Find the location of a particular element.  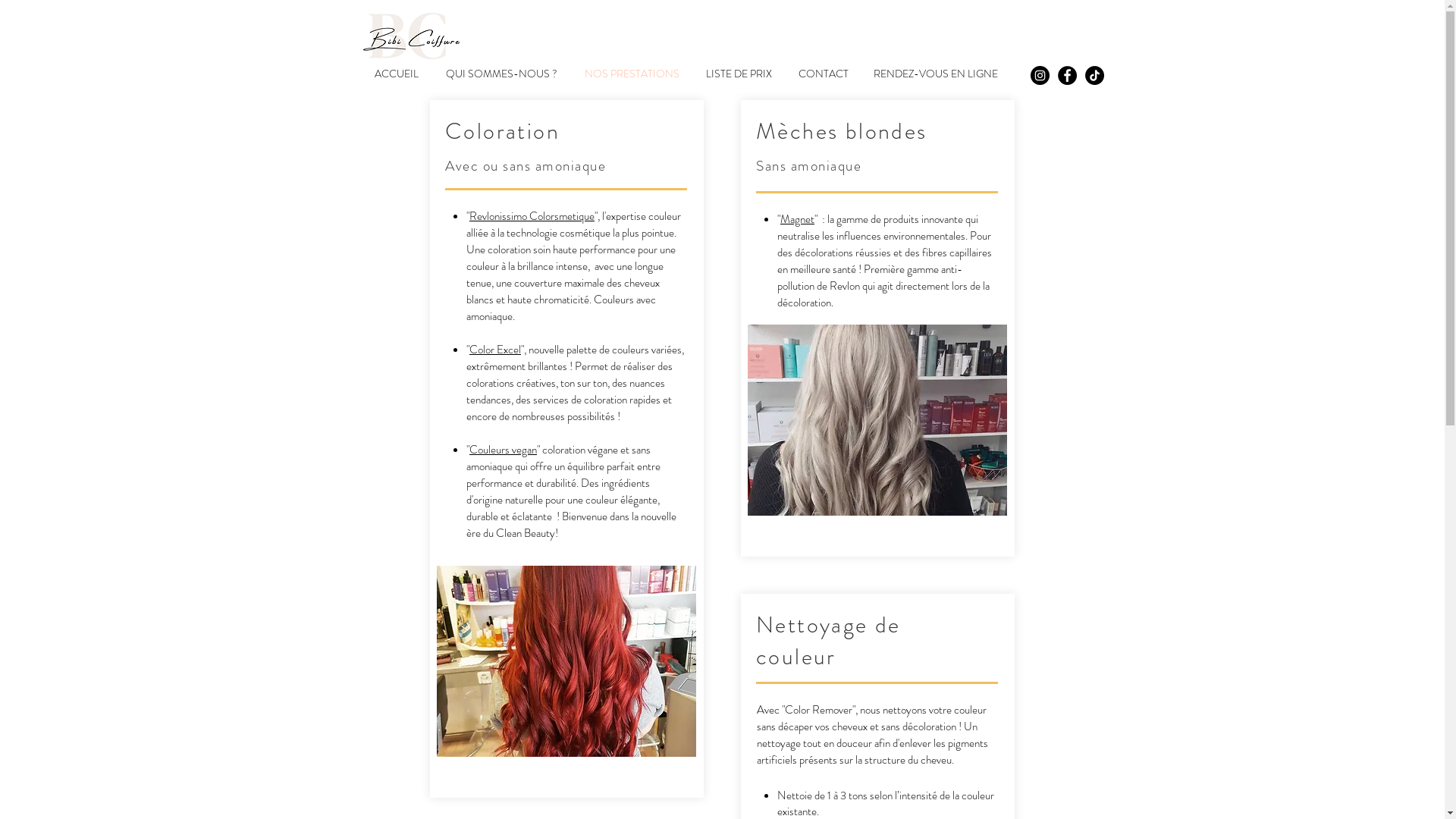

'LISTE DE PRIX' is located at coordinates (741, 74).